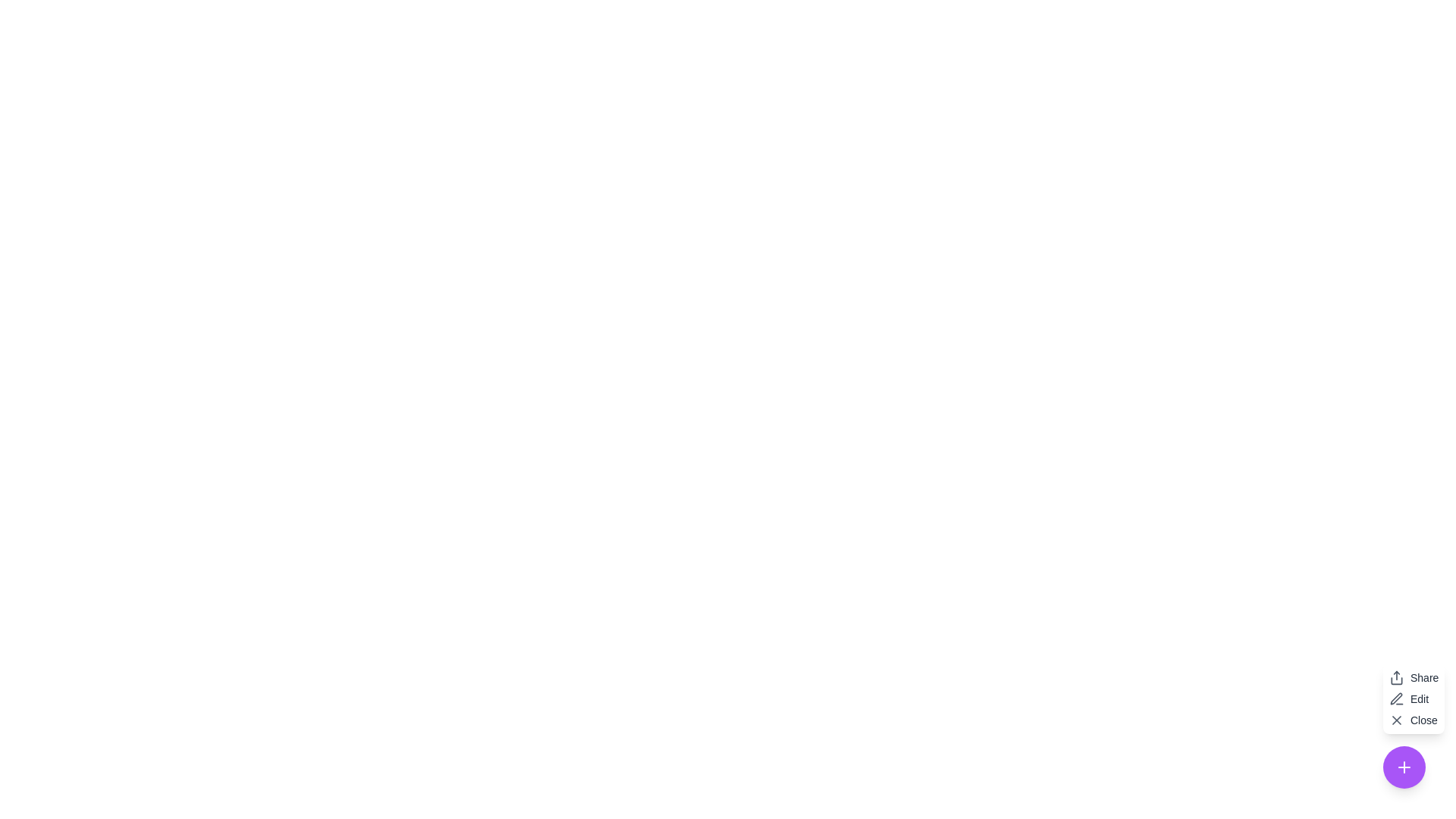 The width and height of the screenshot is (1456, 819). What do you see at coordinates (1413, 698) in the screenshot?
I see `the second button in the vertical menu` at bounding box center [1413, 698].